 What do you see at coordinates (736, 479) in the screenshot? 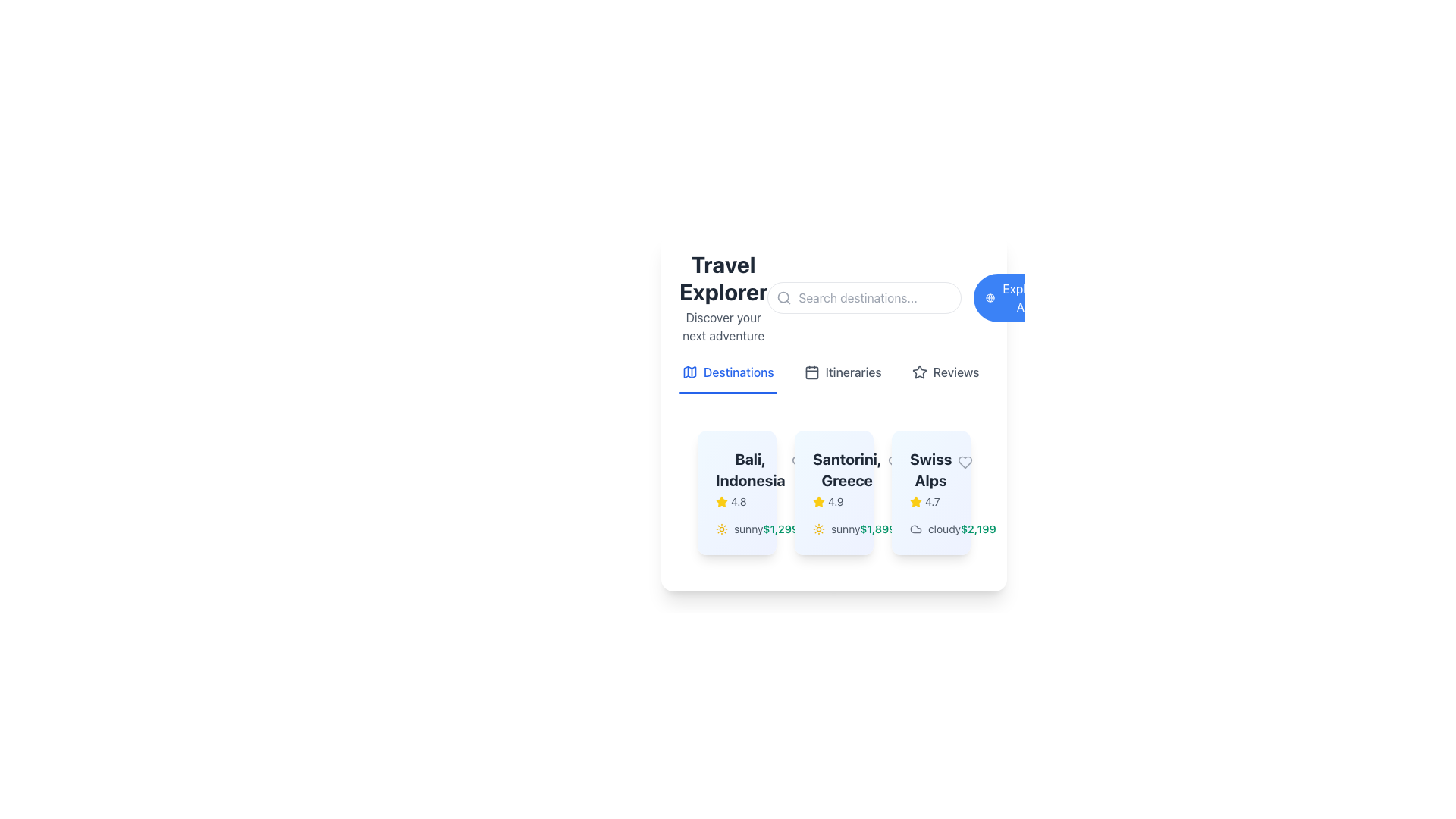
I see `the 'Bali, Indonesia' descriptive text and icon group` at bounding box center [736, 479].